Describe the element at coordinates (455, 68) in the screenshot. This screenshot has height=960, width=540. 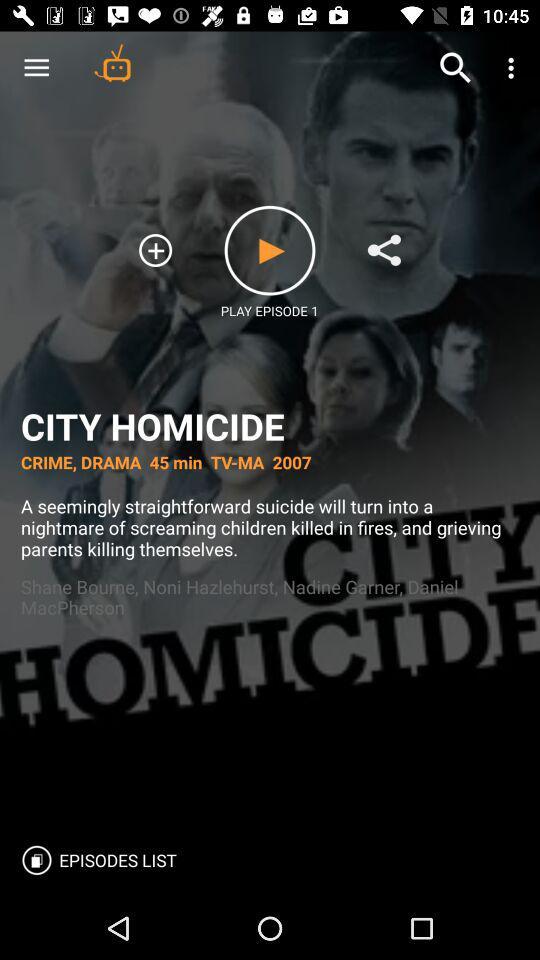
I see `icon above the city homicide item` at that location.